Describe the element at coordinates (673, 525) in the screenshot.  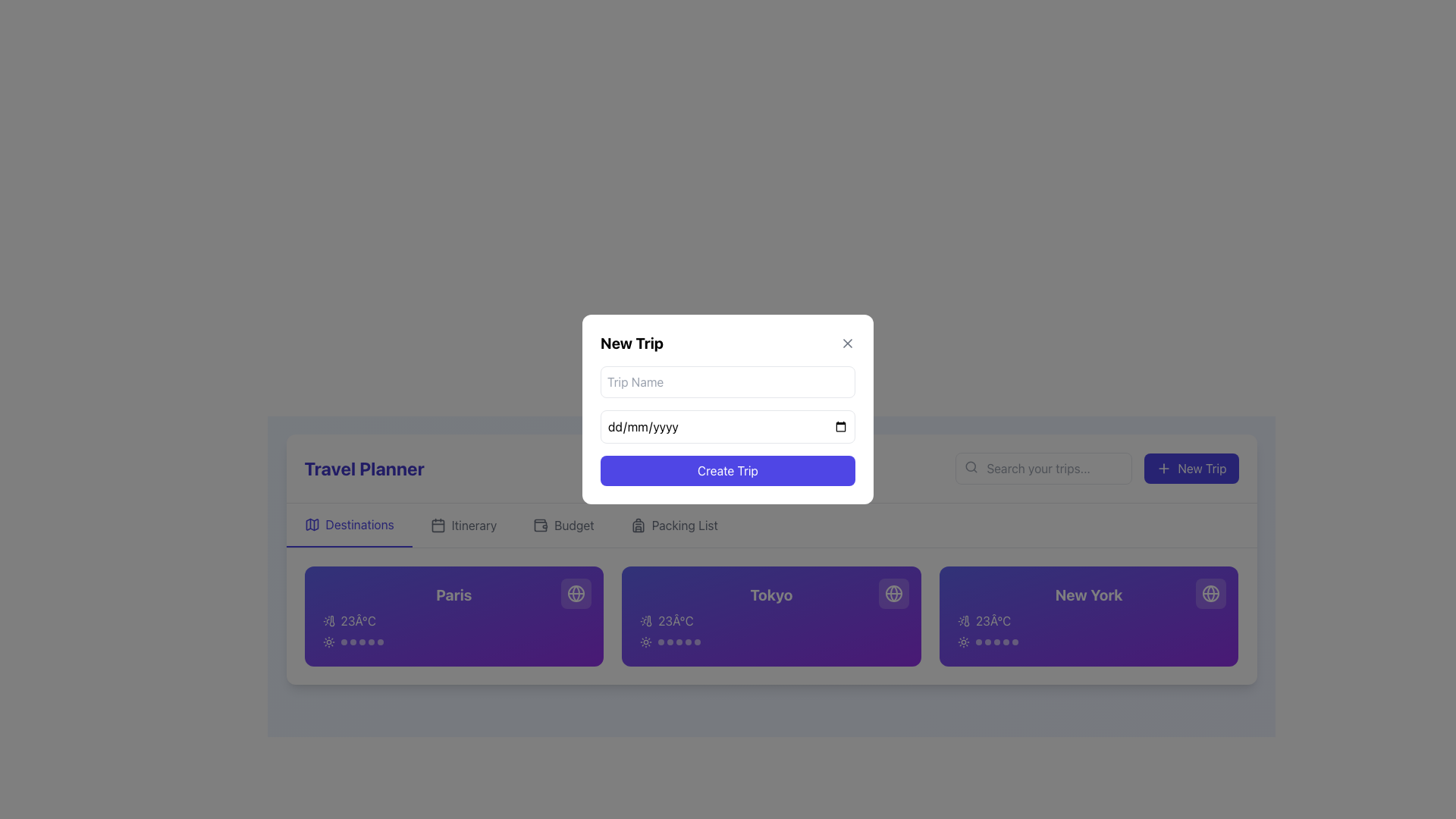
I see `the interactive button in the horizontal menu bar below the 'Travel Planner' panel` at that location.